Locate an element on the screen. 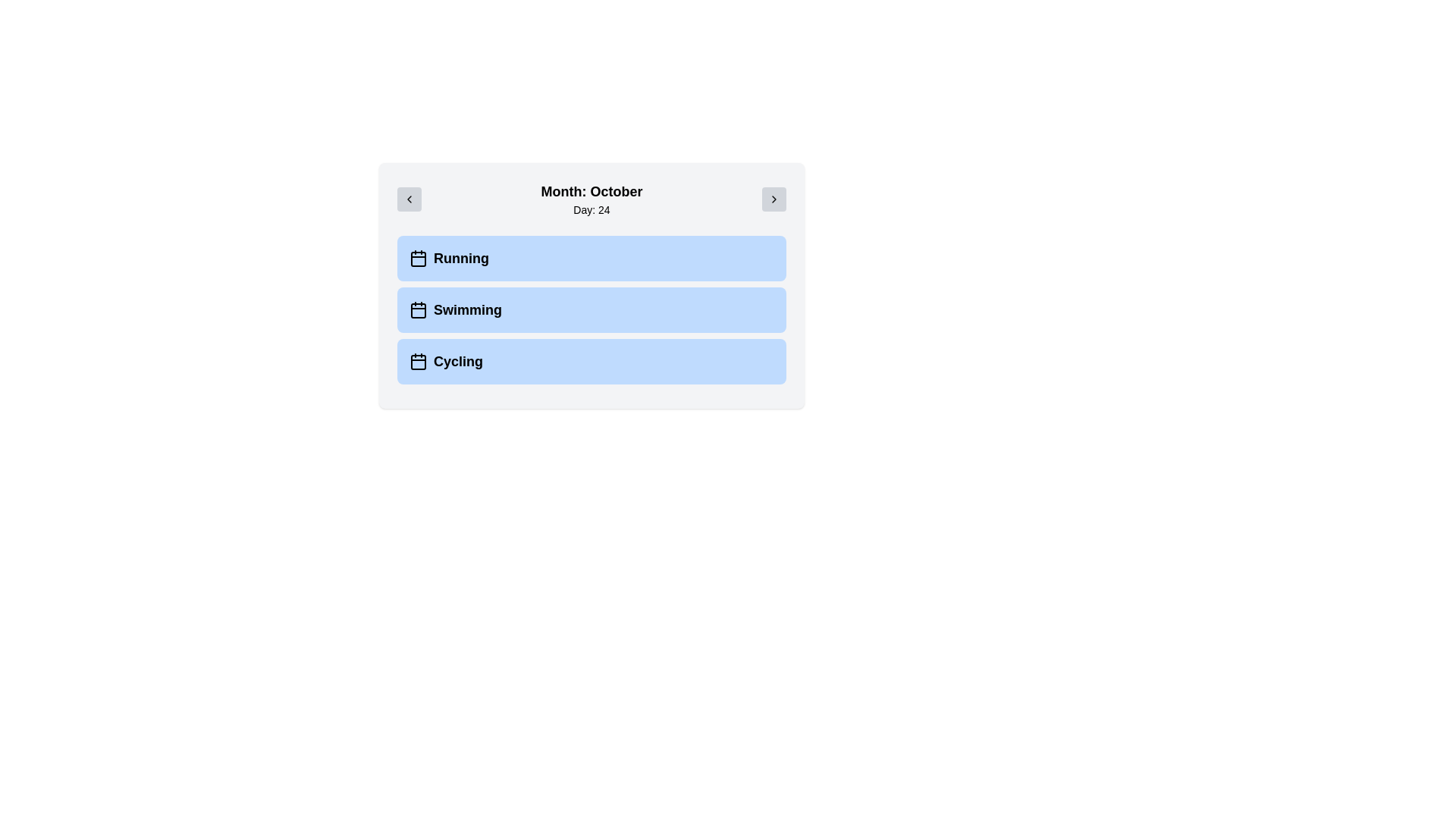  the non-interactive text label indicating the category 'Cycling', which is the third item in a vertical list of blue boxes is located at coordinates (457, 362).